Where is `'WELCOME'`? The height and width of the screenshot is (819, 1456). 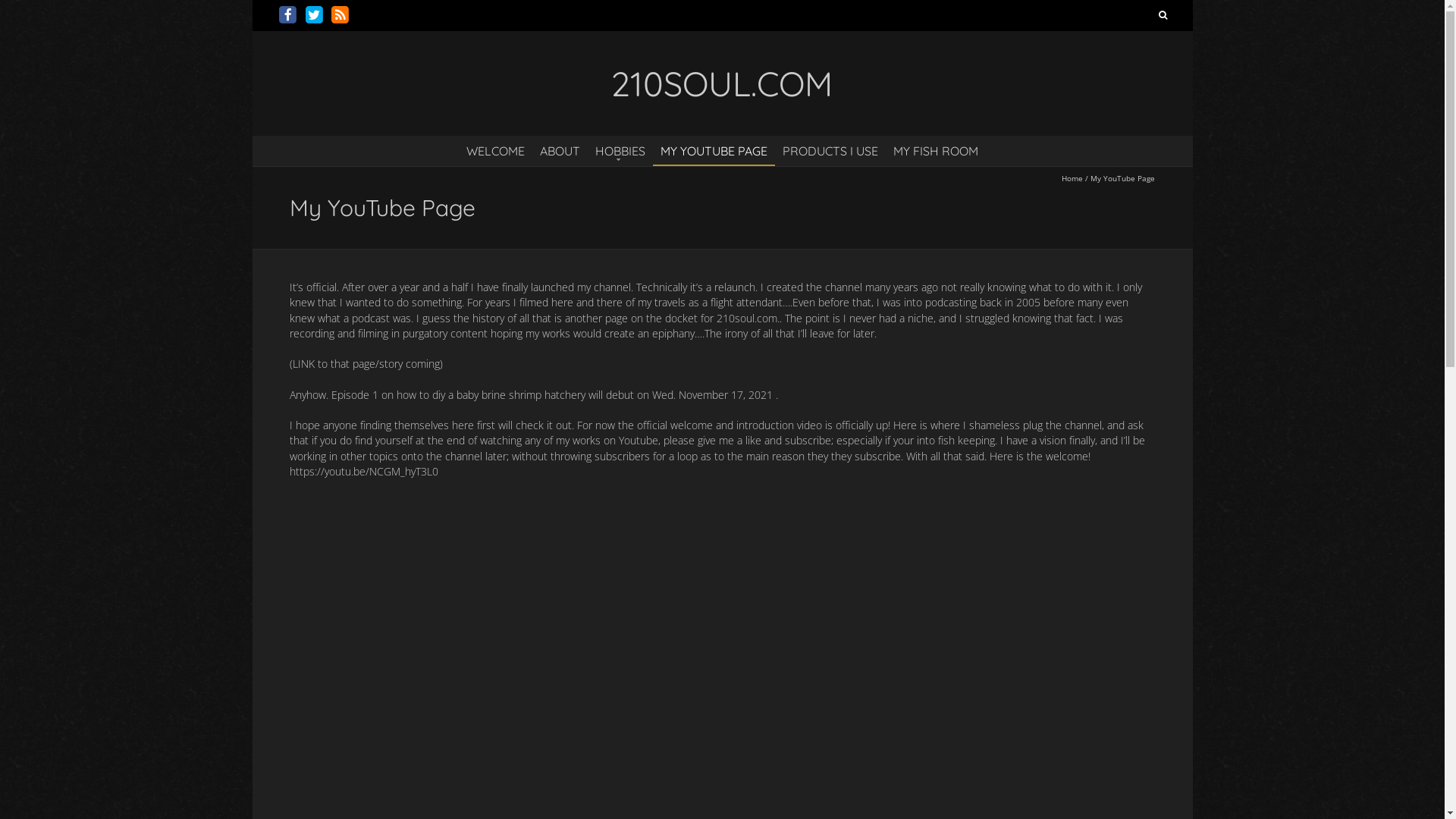 'WELCOME' is located at coordinates (495, 149).